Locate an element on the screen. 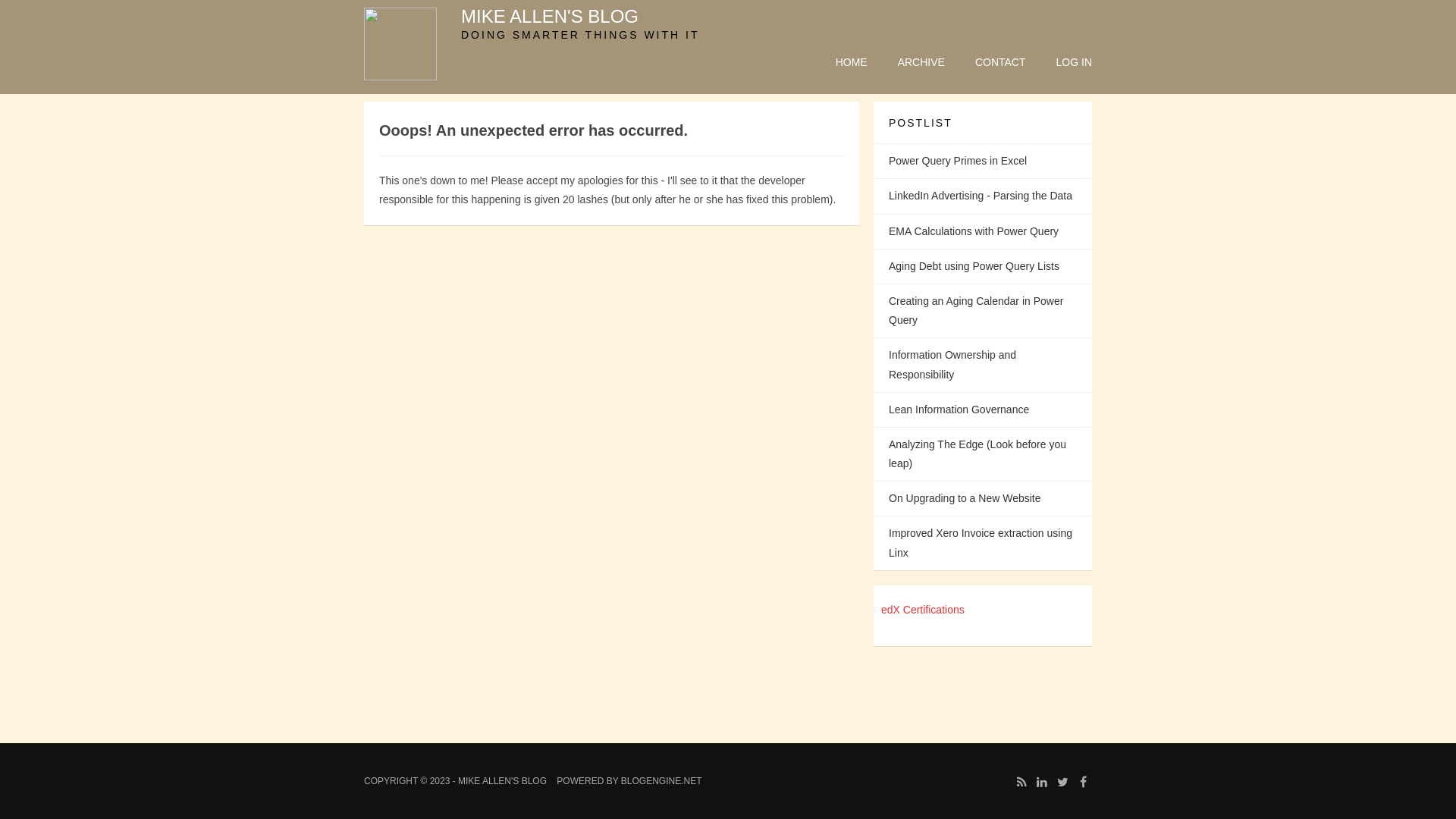 The width and height of the screenshot is (1456, 819). 'On Upgrading to a New Website' is located at coordinates (983, 498).